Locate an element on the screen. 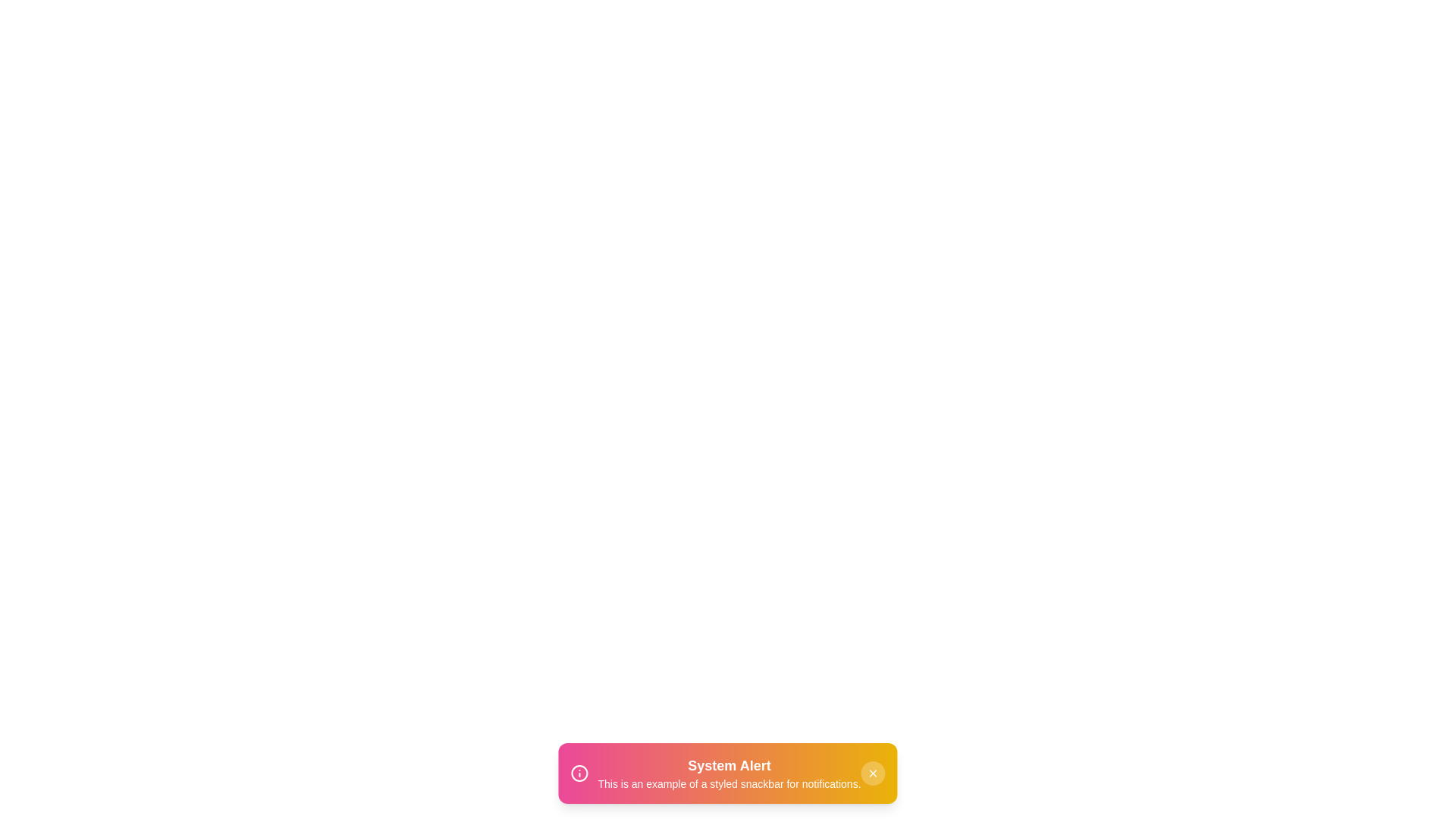 Image resolution: width=1456 pixels, height=819 pixels. the close button to observe hover effects is located at coordinates (873, 773).